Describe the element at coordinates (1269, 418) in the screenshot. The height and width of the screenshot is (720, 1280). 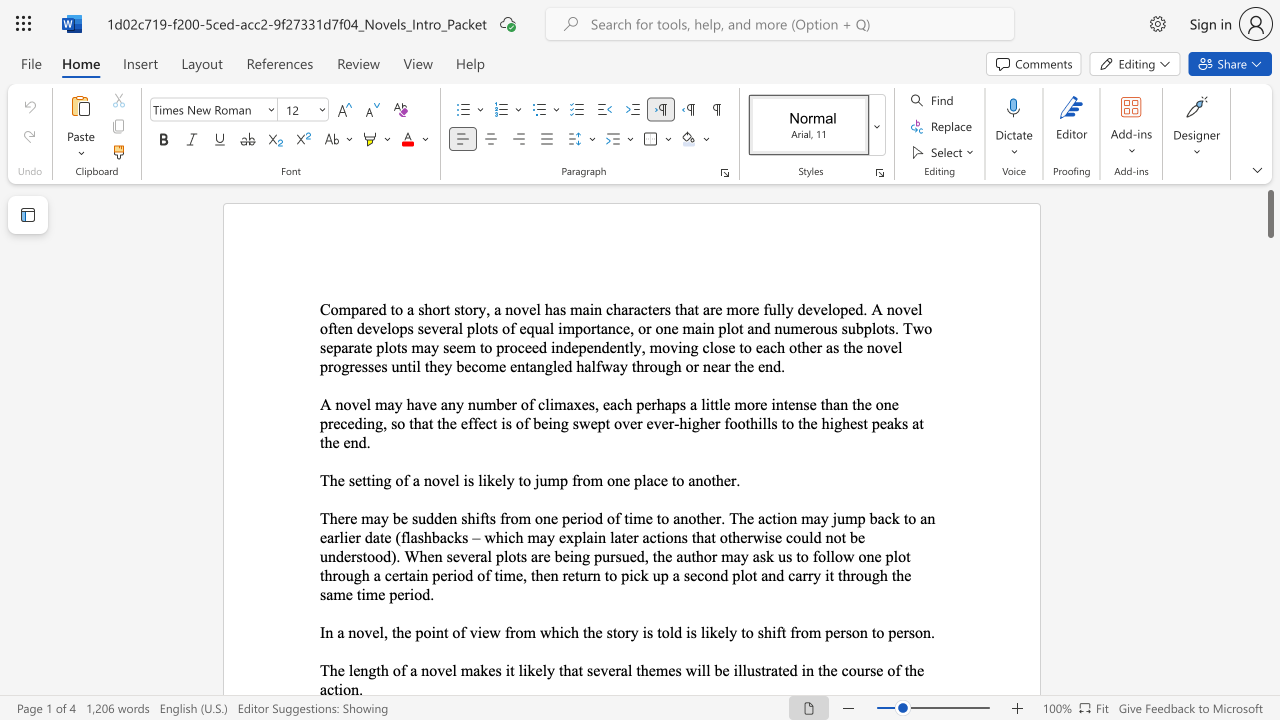
I see `the scrollbar to slide the page down` at that location.